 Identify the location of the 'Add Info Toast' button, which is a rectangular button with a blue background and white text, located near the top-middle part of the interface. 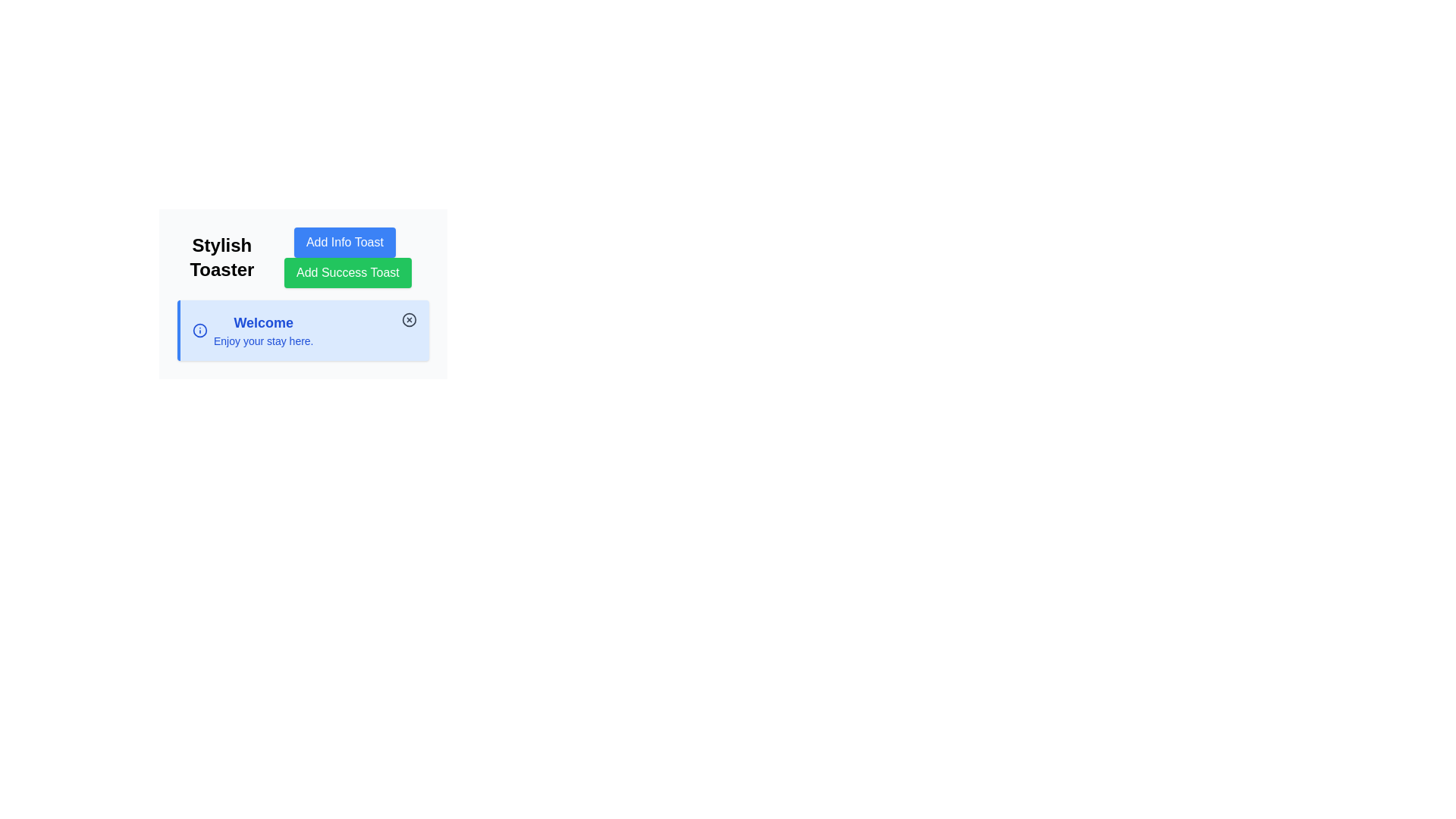
(344, 242).